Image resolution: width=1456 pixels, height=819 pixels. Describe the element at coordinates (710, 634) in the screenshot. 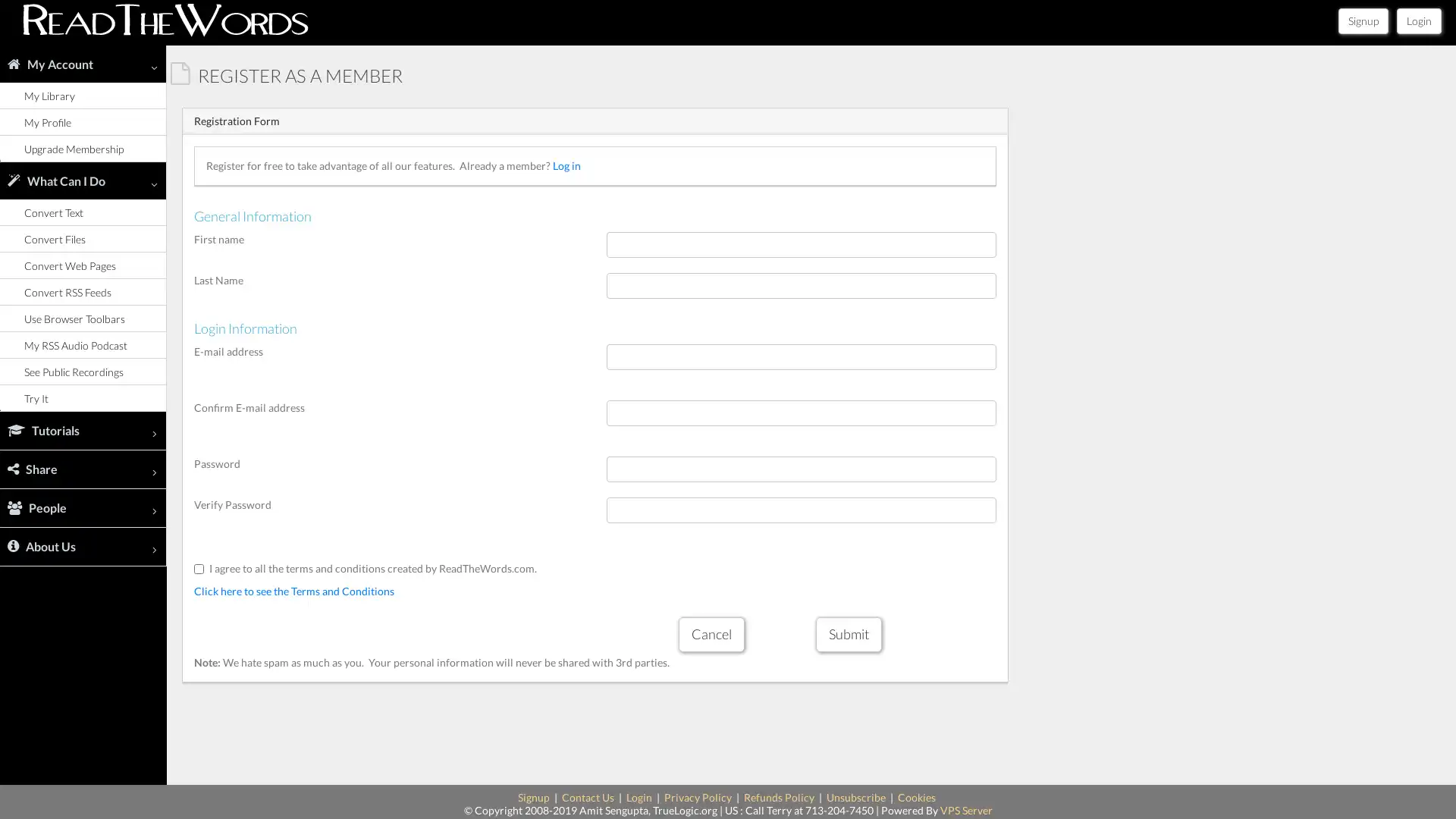

I see `Cancel` at that location.